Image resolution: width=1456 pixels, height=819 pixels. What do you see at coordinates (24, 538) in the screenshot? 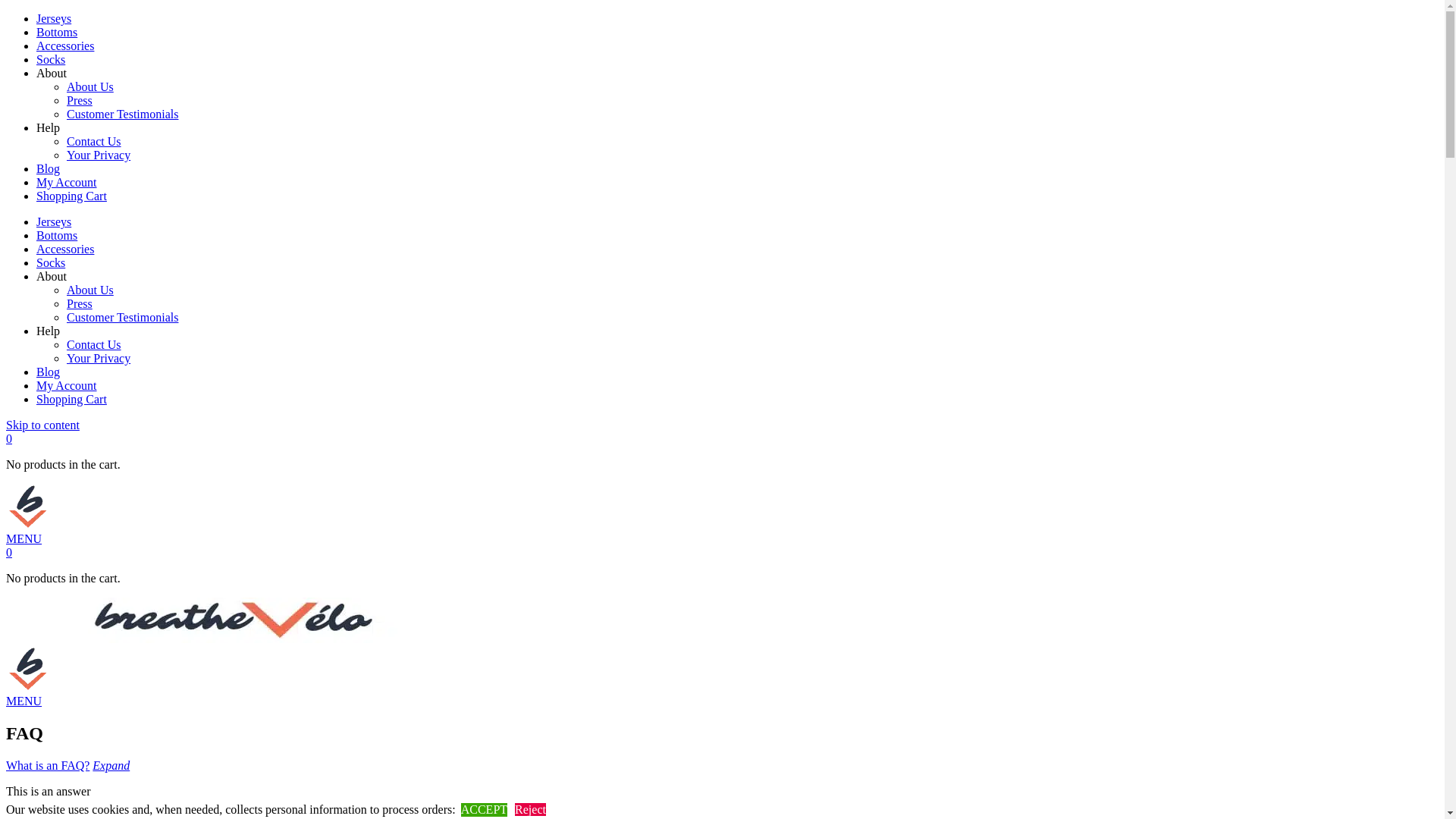
I see `'MENU'` at bounding box center [24, 538].